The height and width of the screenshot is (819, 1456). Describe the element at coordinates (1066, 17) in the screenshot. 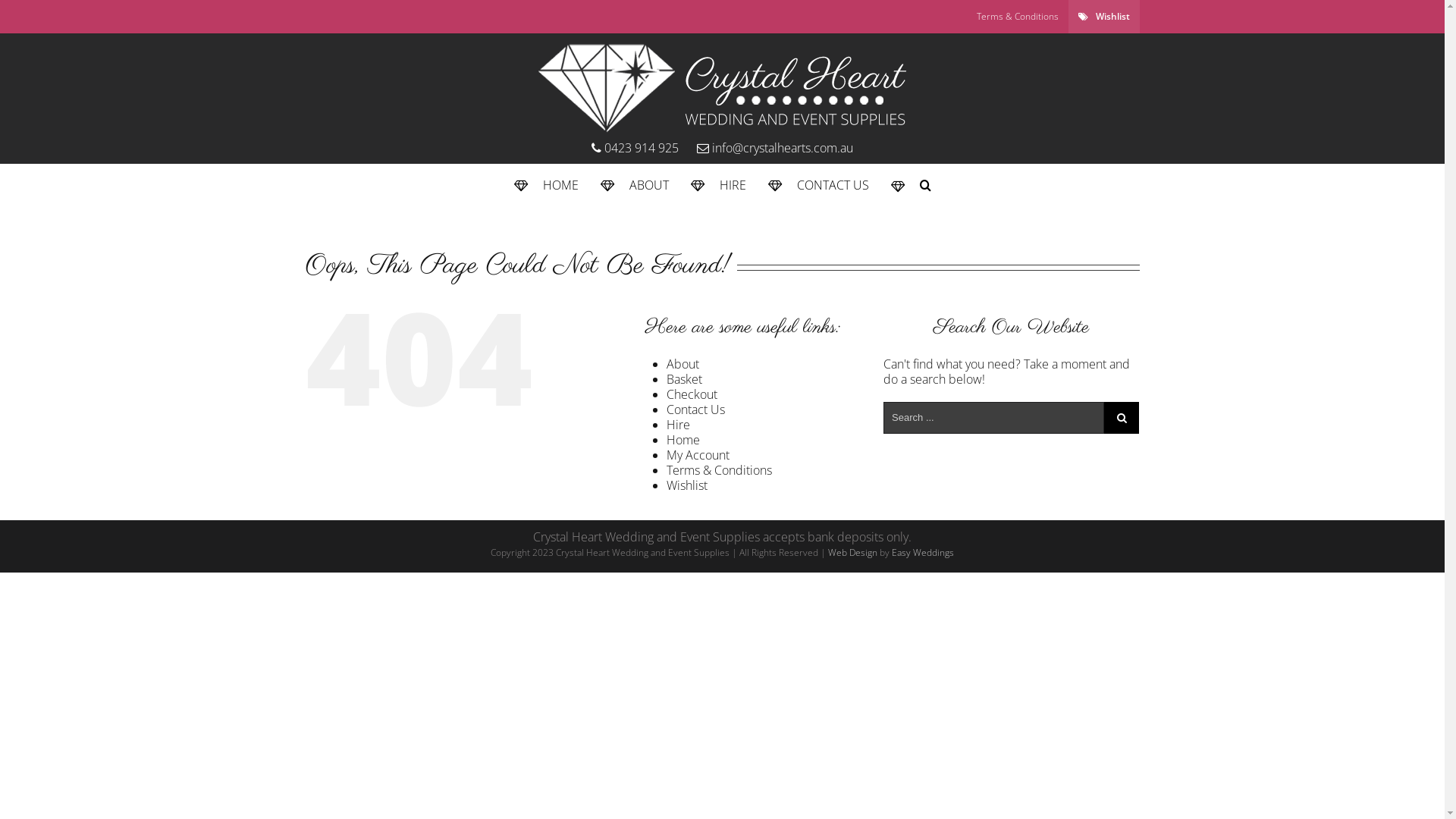

I see `'Wishlist'` at that location.